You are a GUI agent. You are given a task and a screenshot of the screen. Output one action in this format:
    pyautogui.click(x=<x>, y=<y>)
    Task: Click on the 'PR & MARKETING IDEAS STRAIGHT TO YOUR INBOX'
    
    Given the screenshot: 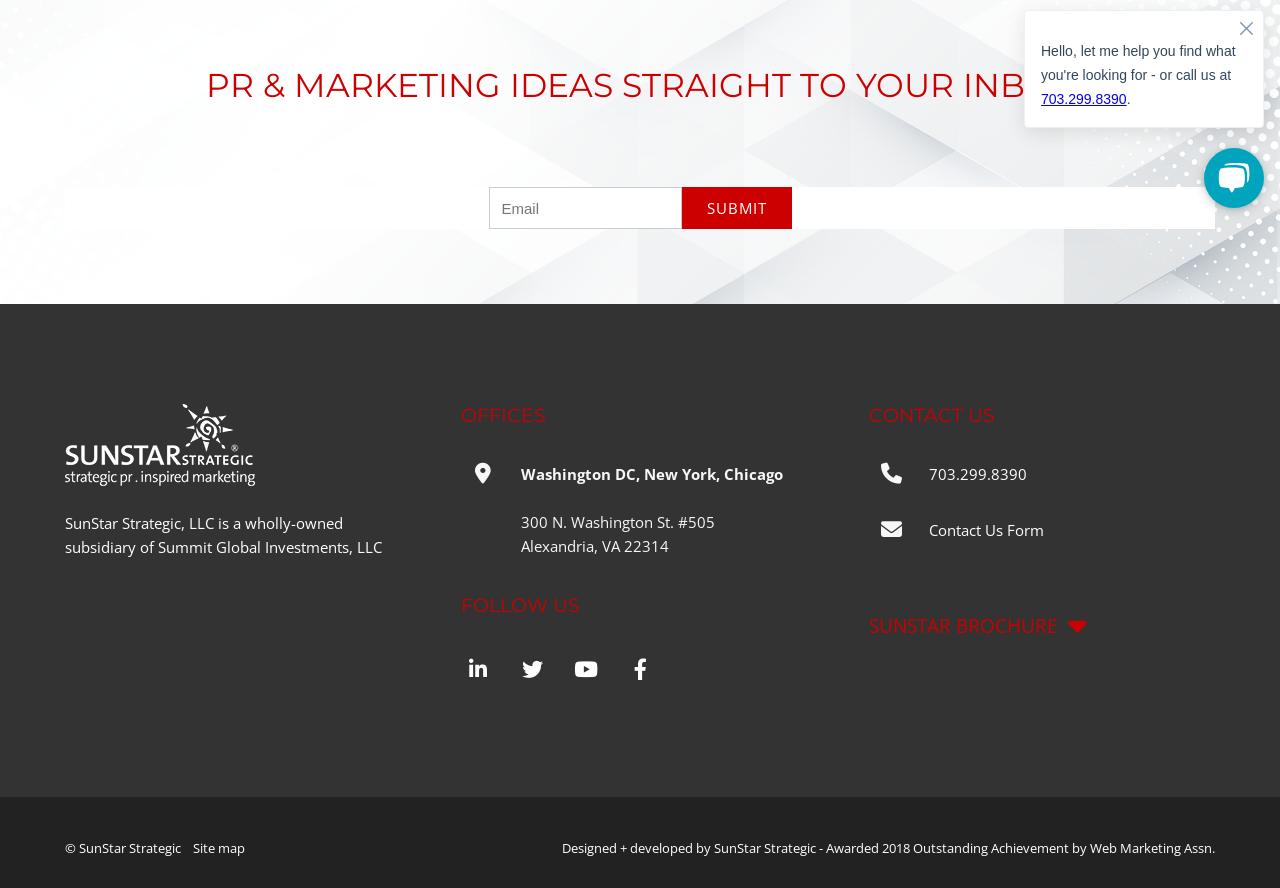 What is the action you would take?
    pyautogui.click(x=205, y=83)
    